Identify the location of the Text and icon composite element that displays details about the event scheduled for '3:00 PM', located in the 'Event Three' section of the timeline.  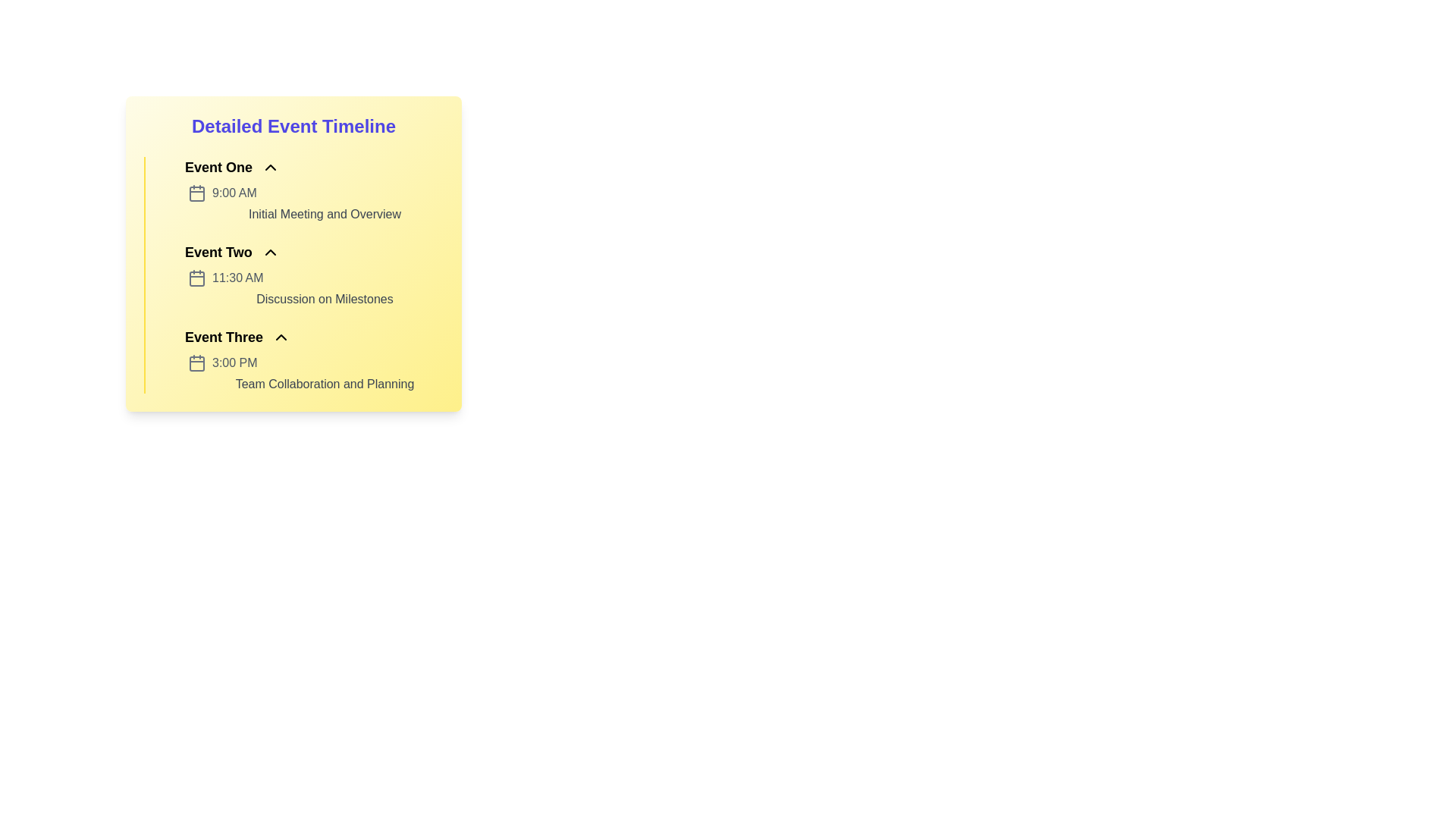
(315, 374).